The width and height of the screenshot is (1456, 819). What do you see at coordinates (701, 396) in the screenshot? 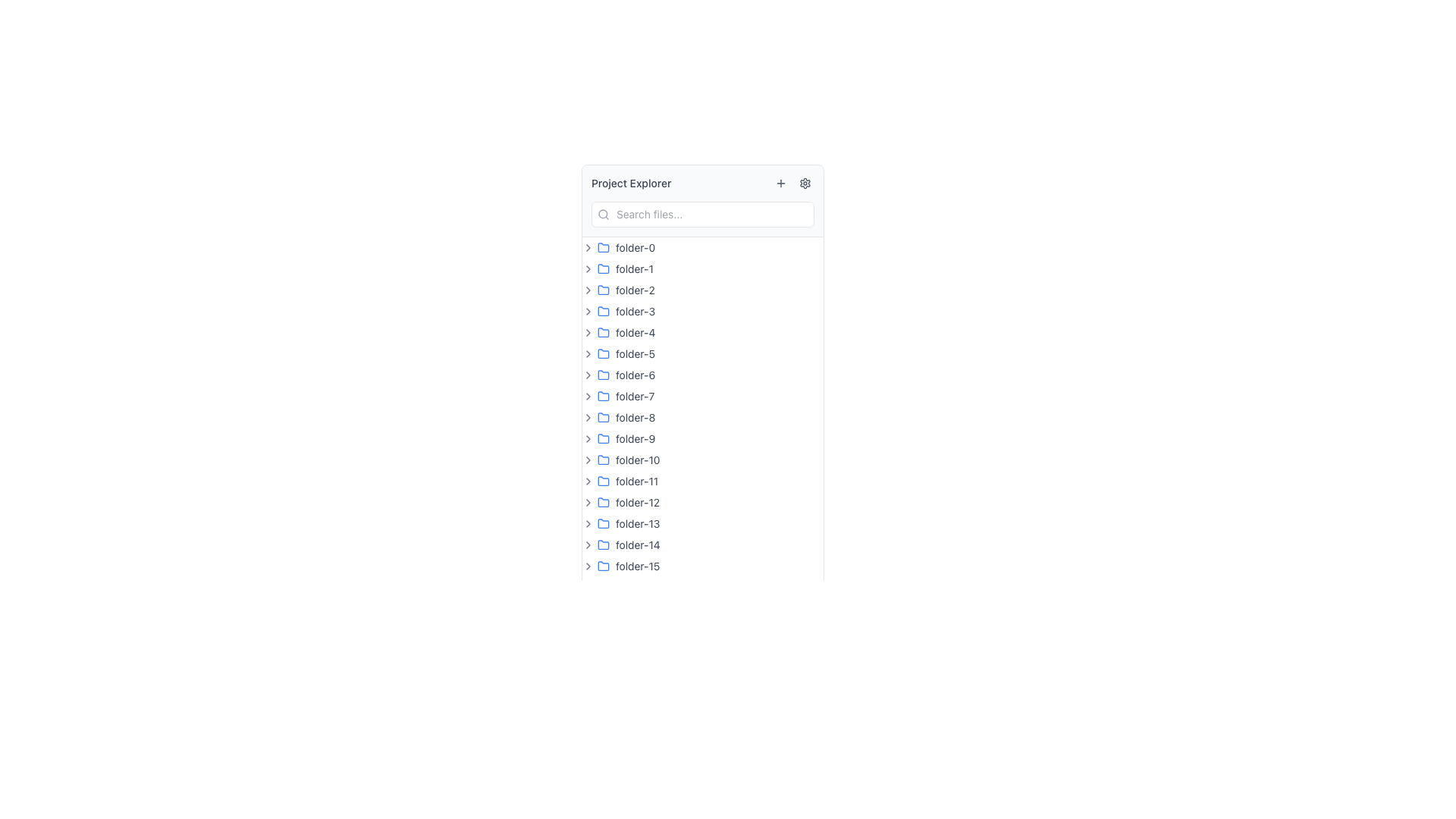
I see `the seventh folder item` at bounding box center [701, 396].